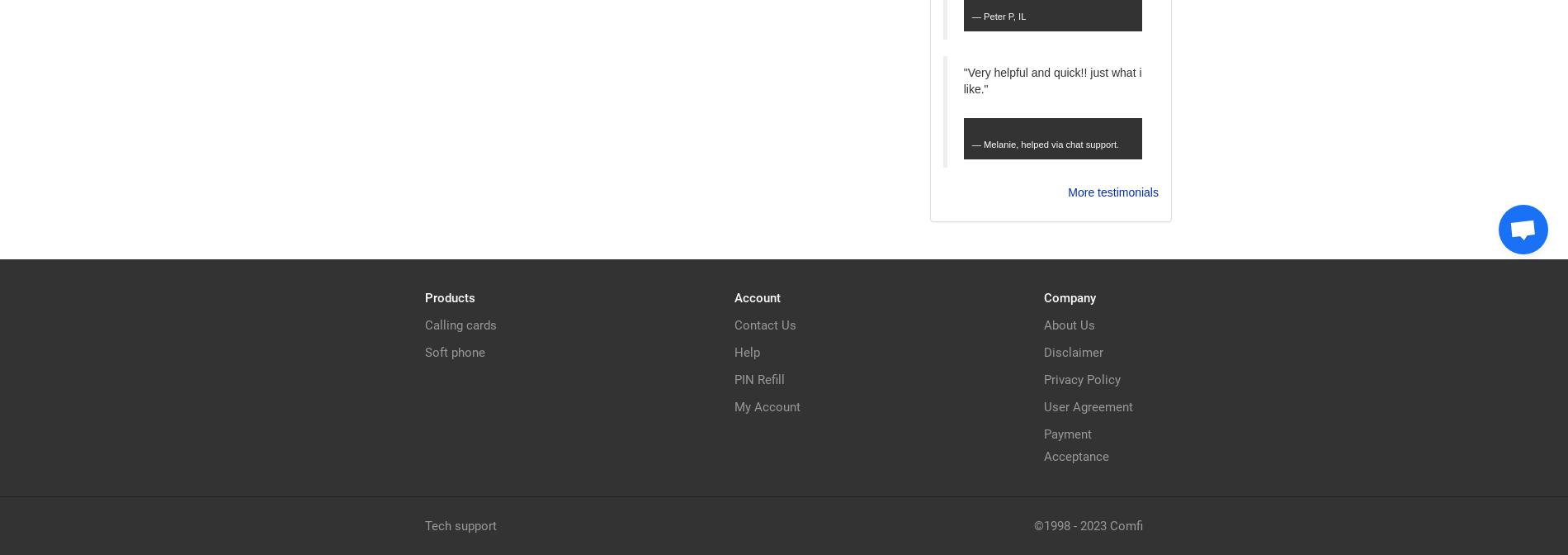 This screenshot has height=555, width=1568. Describe the element at coordinates (455, 352) in the screenshot. I see `'Soft phone'` at that location.